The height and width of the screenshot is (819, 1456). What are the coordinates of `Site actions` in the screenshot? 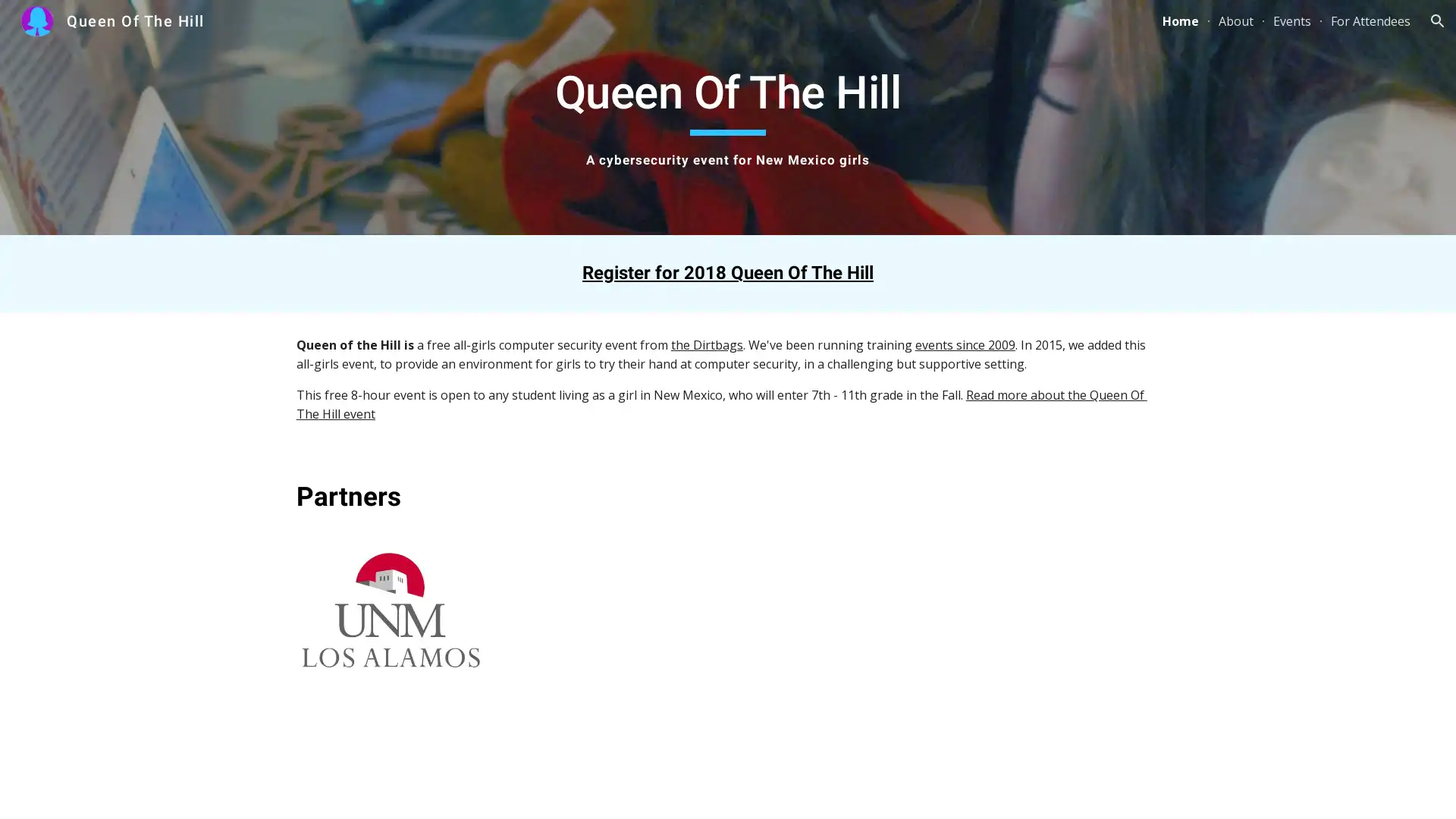 It's located at (27, 792).